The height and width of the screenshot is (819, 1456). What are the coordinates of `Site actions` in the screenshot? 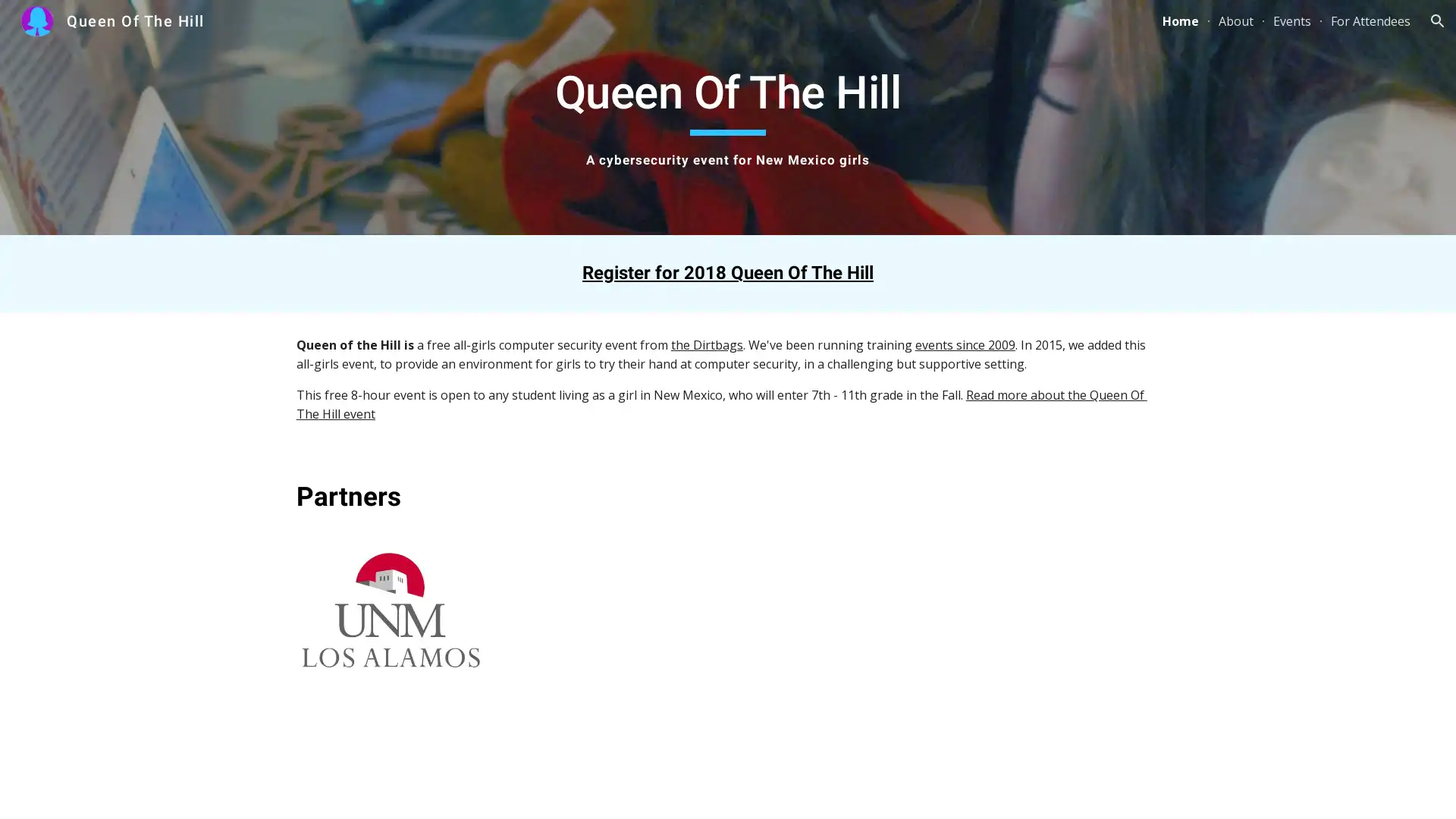 It's located at (27, 792).